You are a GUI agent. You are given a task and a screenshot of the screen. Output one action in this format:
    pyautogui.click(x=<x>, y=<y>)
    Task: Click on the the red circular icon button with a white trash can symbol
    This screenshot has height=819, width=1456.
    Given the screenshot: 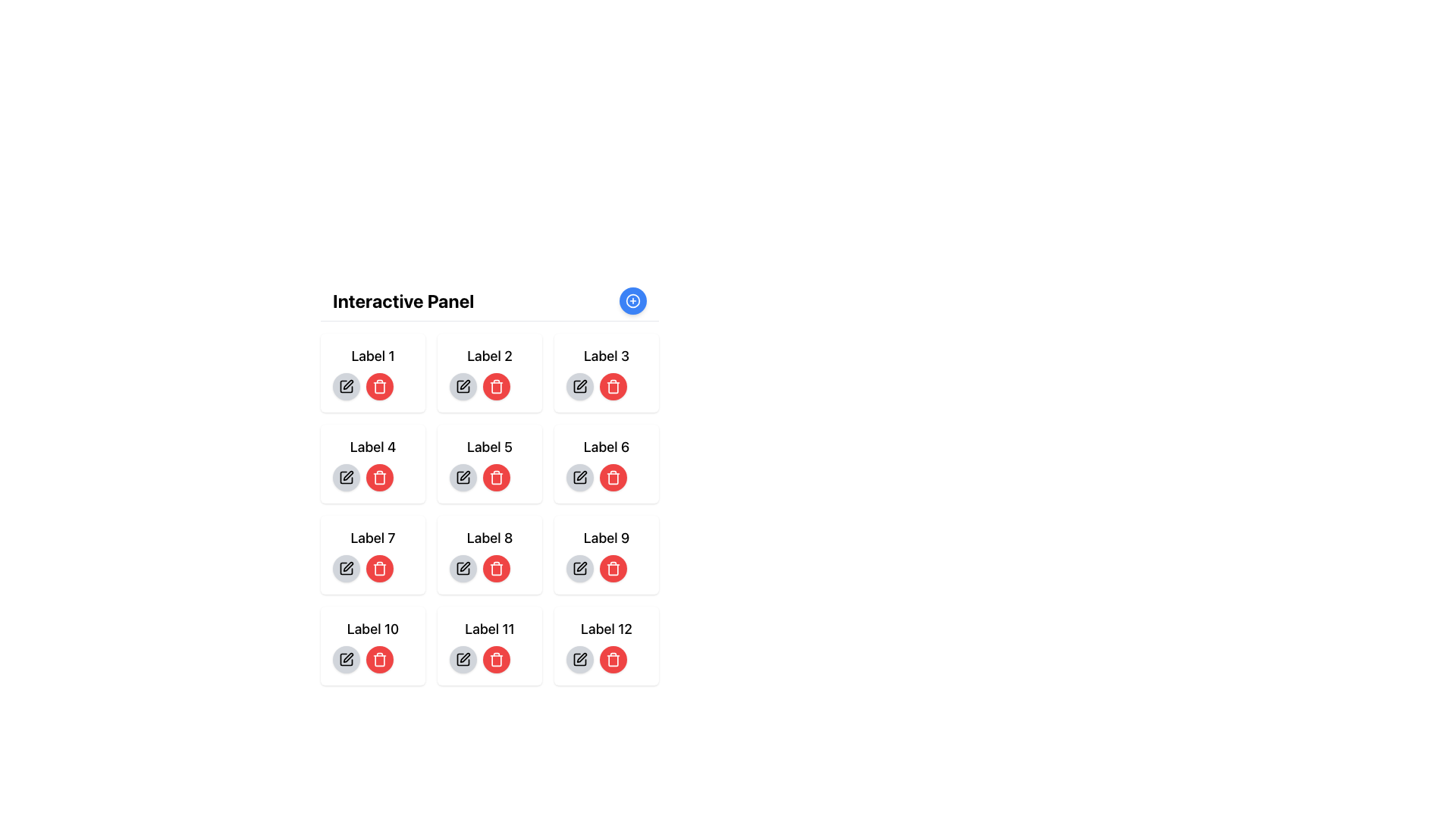 What is the action you would take?
    pyautogui.click(x=496, y=568)
    